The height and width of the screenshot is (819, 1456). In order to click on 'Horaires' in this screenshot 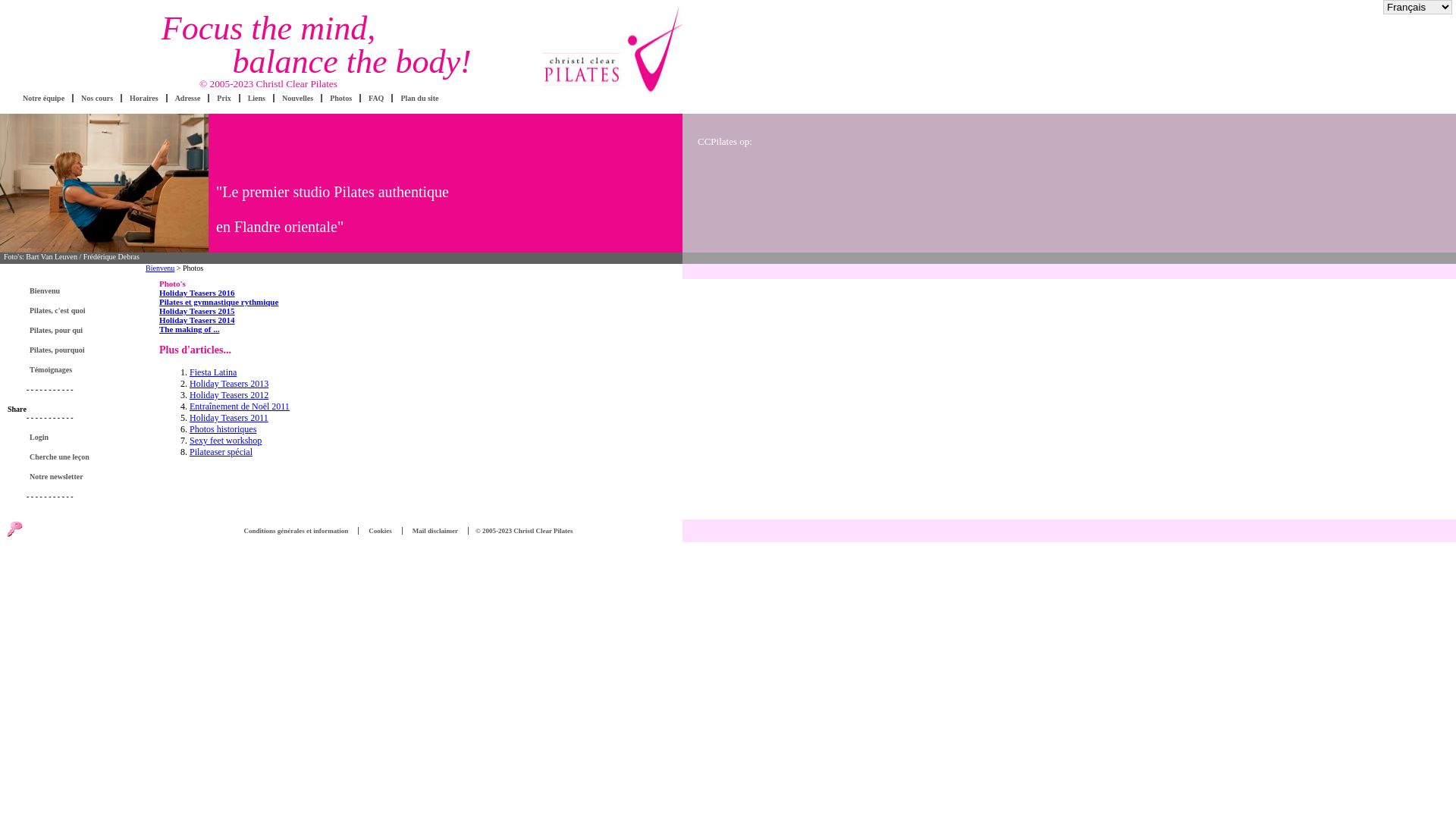, I will do `click(144, 98)`.